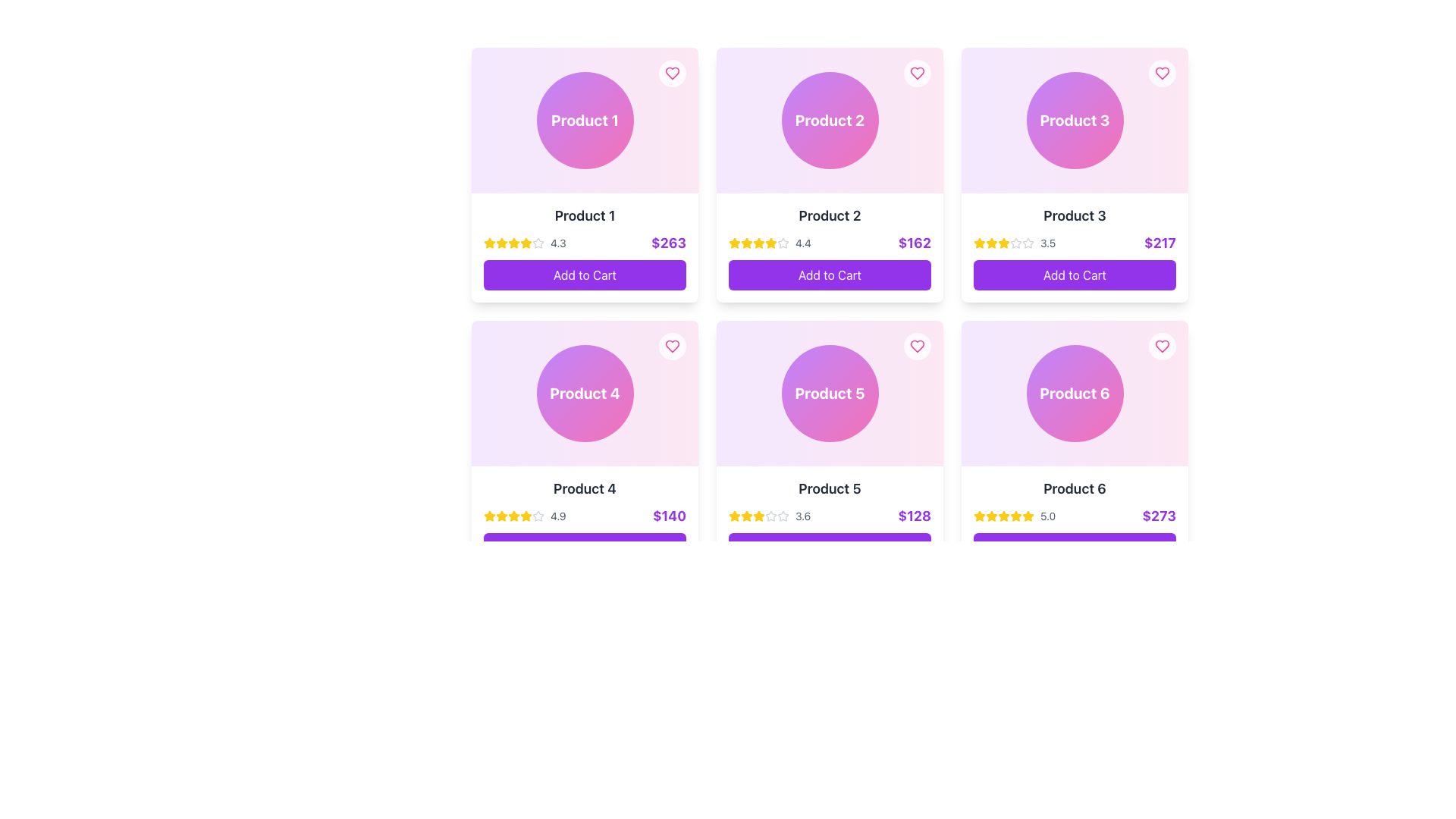 Image resolution: width=1456 pixels, height=819 pixels. Describe the element at coordinates (992, 242) in the screenshot. I see `the third star icon in the five-star rating system for 'Product 3', which represents a rating of '3.5'` at that location.